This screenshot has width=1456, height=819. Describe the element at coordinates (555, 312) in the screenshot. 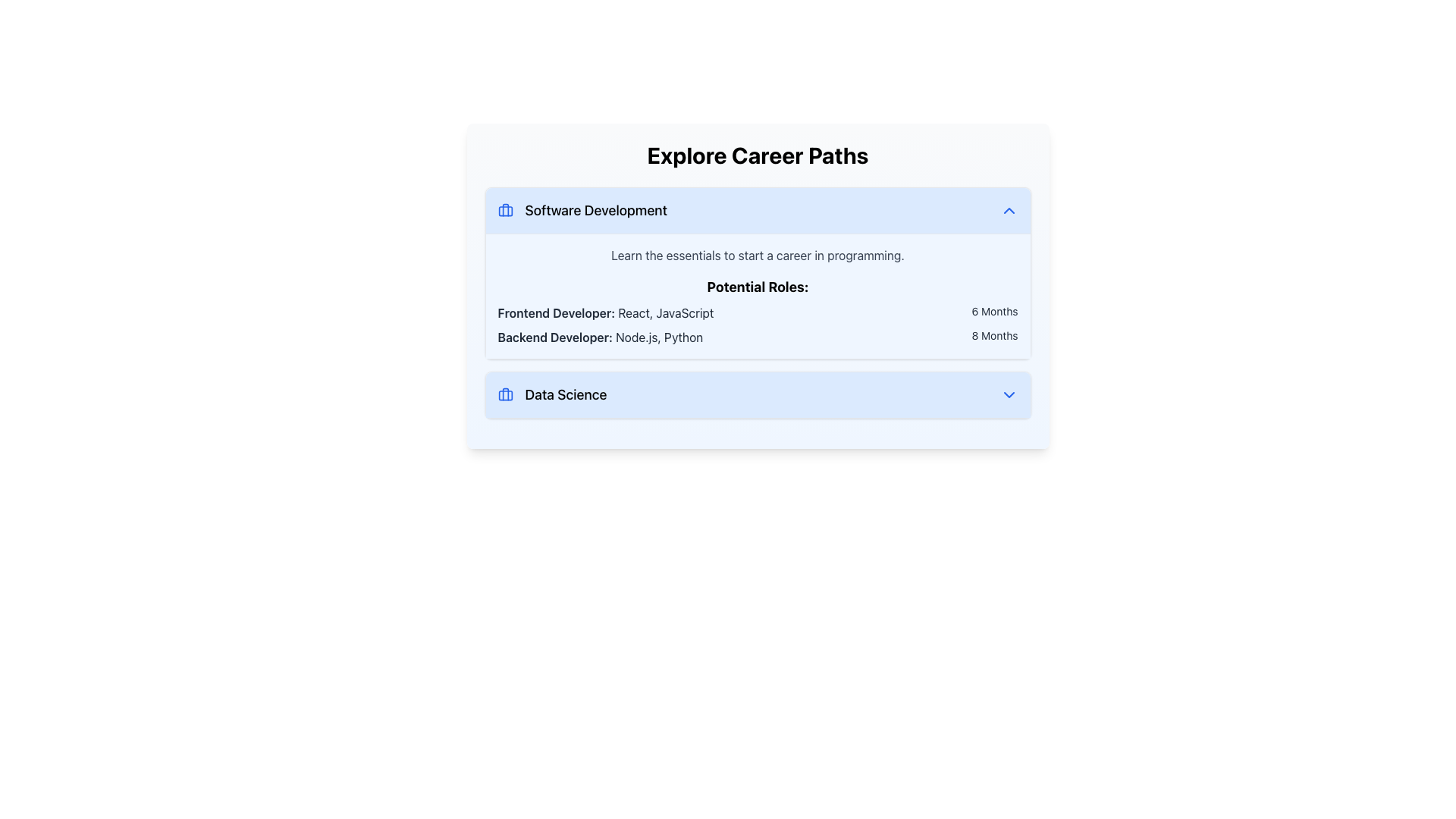

I see `the text element introducing the role name 'Frontend Developer' located in the 'Potential Roles:' section under 'Software Development'. This element is the first specific role listed, positioned vertically near 'Backend Developer:'` at that location.